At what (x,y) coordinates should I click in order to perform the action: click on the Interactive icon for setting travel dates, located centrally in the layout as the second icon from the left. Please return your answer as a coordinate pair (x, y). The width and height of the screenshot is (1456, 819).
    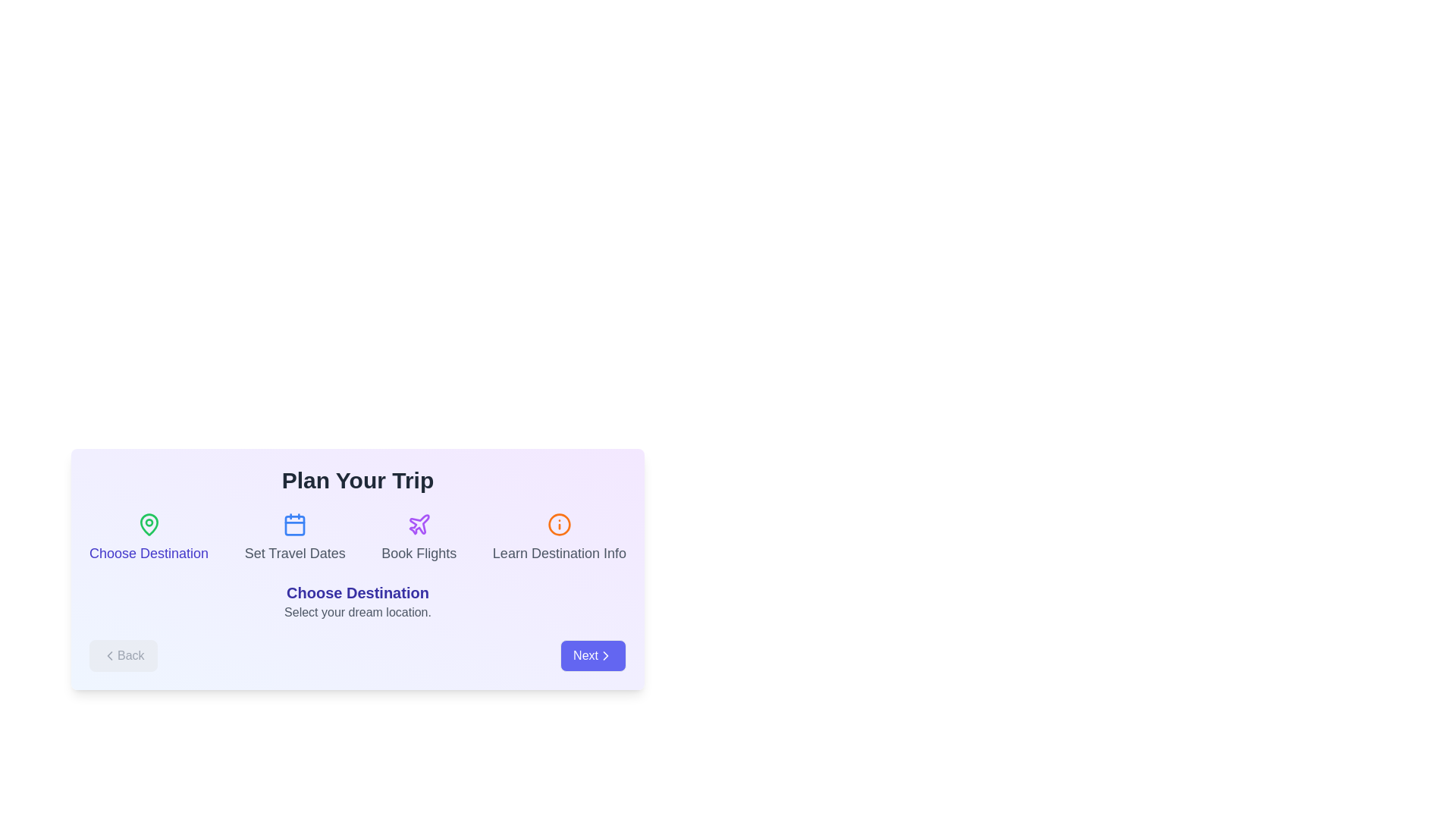
    Looking at the image, I should click on (295, 537).